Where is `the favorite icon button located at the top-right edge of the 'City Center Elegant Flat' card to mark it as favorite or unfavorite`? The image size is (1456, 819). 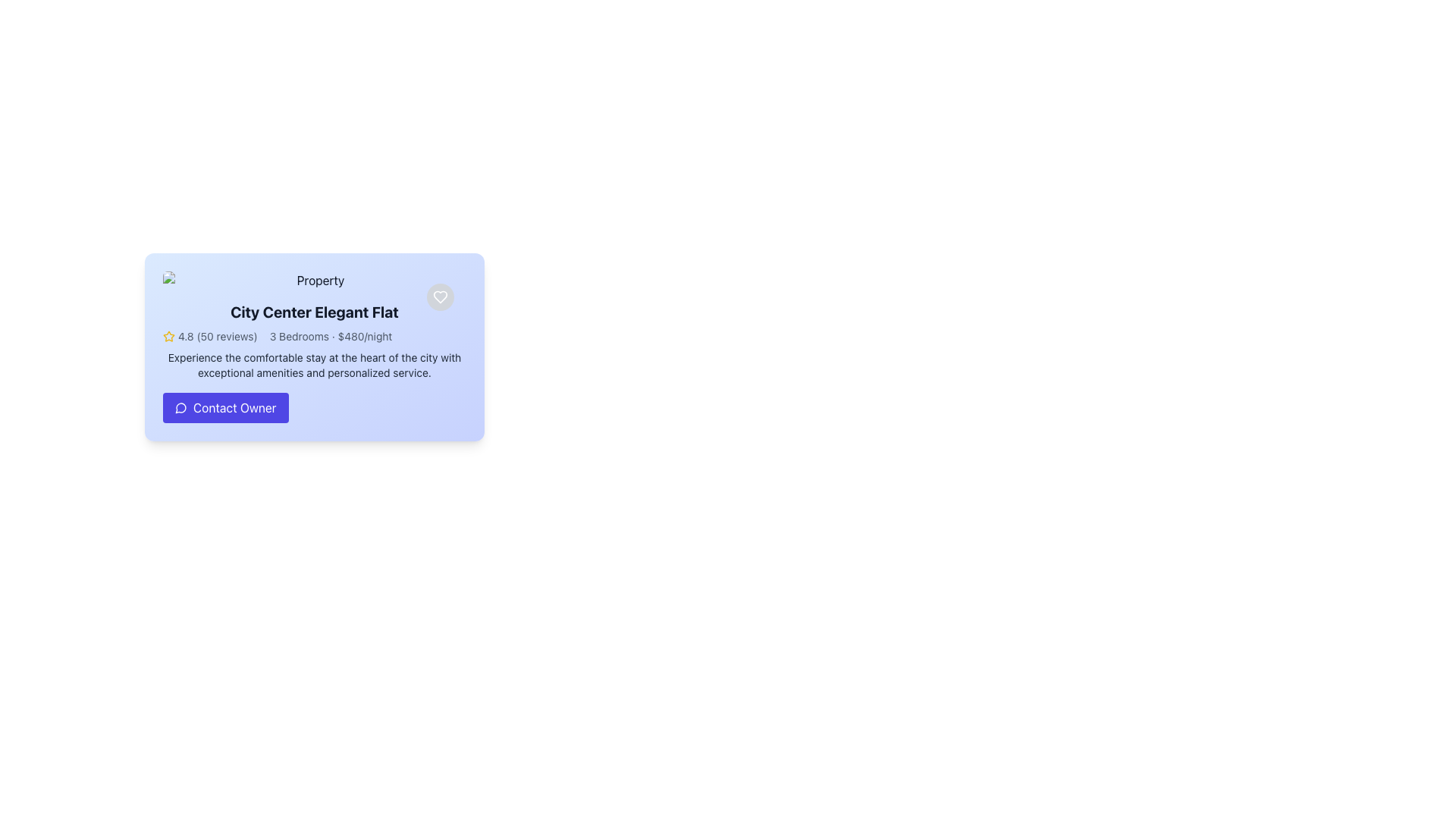
the favorite icon button located at the top-right edge of the 'City Center Elegant Flat' card to mark it as favorite or unfavorite is located at coordinates (439, 297).